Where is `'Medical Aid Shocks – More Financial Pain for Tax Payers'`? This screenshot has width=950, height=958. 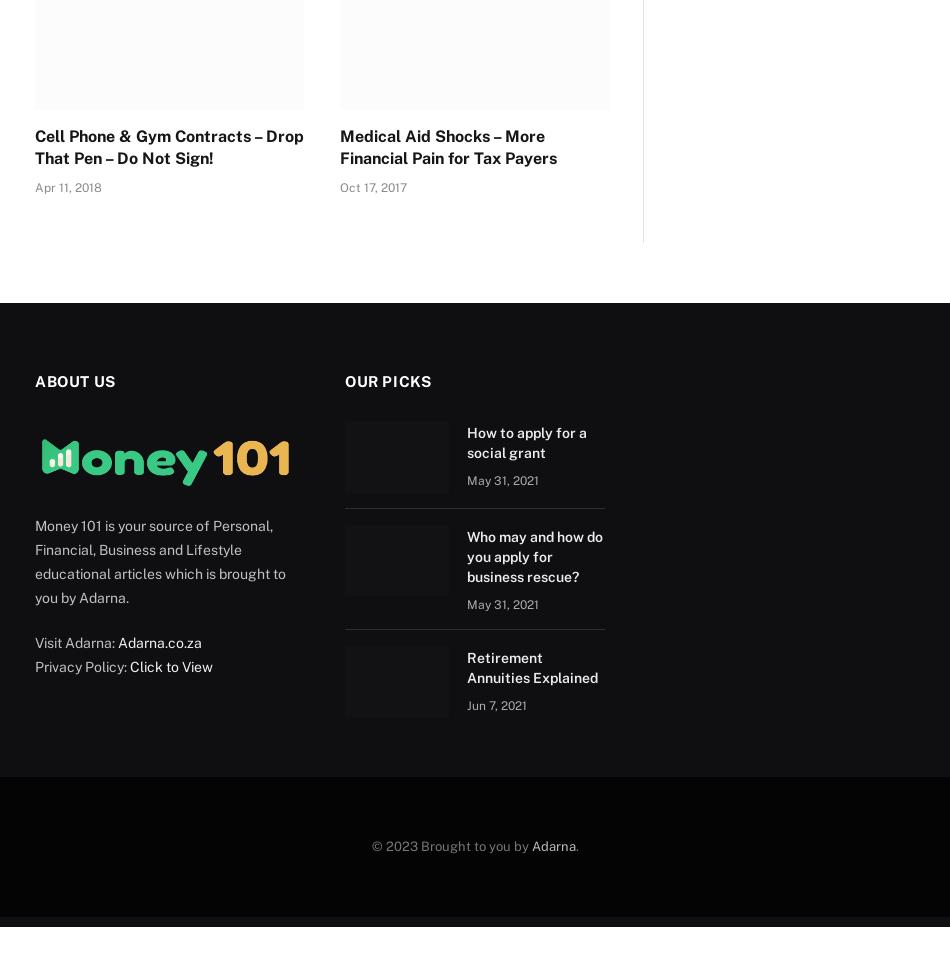 'Medical Aid Shocks – More Financial Pain for Tax Payers' is located at coordinates (447, 146).